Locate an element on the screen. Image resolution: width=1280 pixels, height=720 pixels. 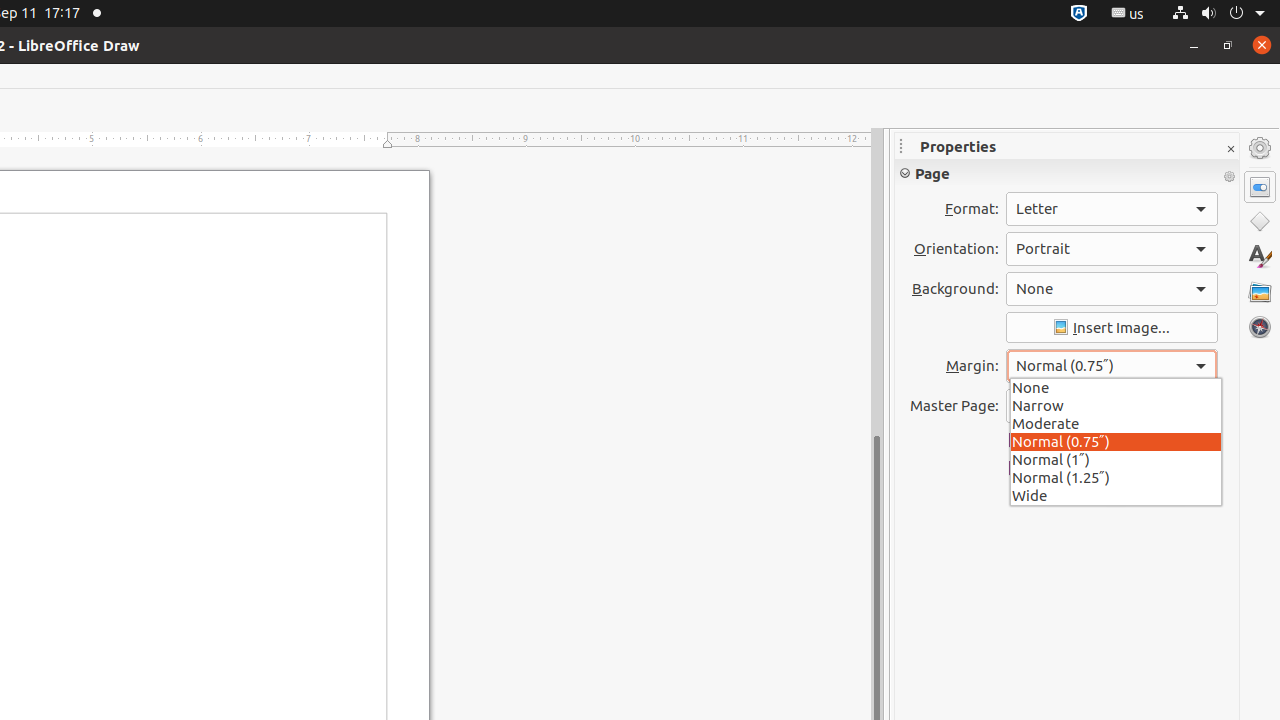
'Background:' is located at coordinates (1110, 289).